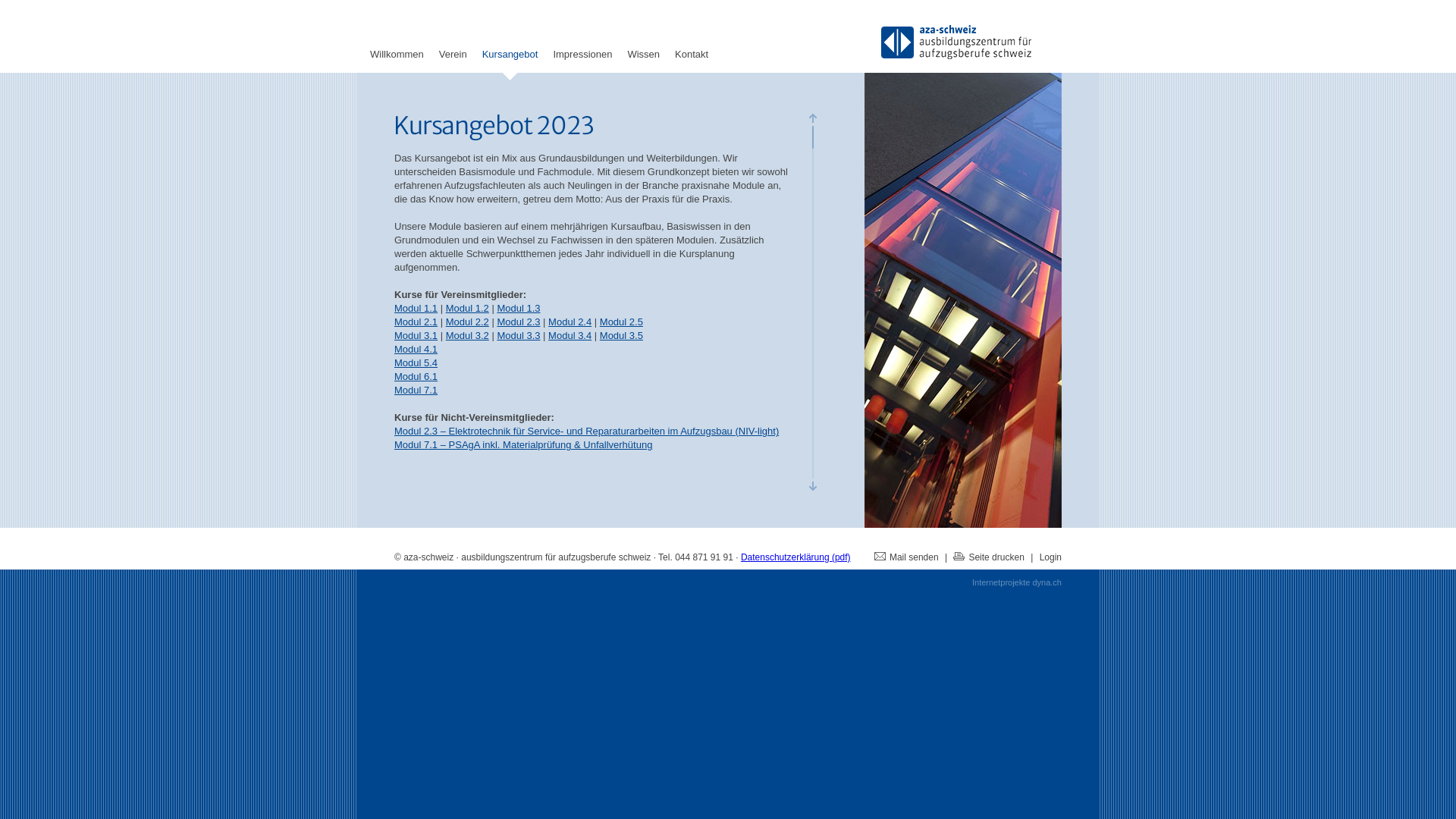  What do you see at coordinates (466, 334) in the screenshot?
I see `'Modul 3.2'` at bounding box center [466, 334].